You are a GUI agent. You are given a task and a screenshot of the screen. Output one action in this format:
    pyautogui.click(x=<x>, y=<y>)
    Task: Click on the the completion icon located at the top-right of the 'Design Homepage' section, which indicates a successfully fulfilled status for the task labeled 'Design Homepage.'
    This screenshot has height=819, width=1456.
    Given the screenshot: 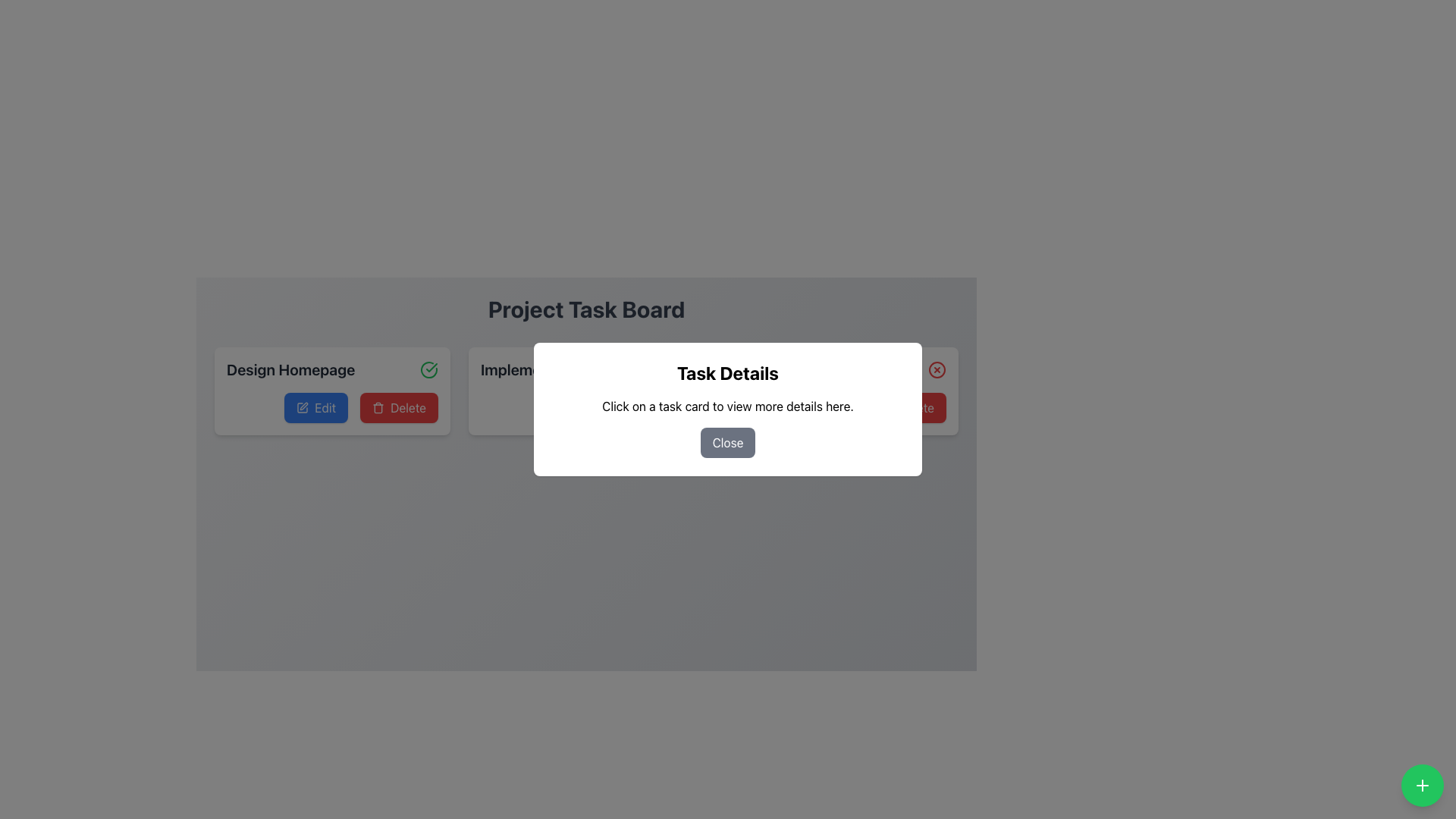 What is the action you would take?
    pyautogui.click(x=428, y=370)
    